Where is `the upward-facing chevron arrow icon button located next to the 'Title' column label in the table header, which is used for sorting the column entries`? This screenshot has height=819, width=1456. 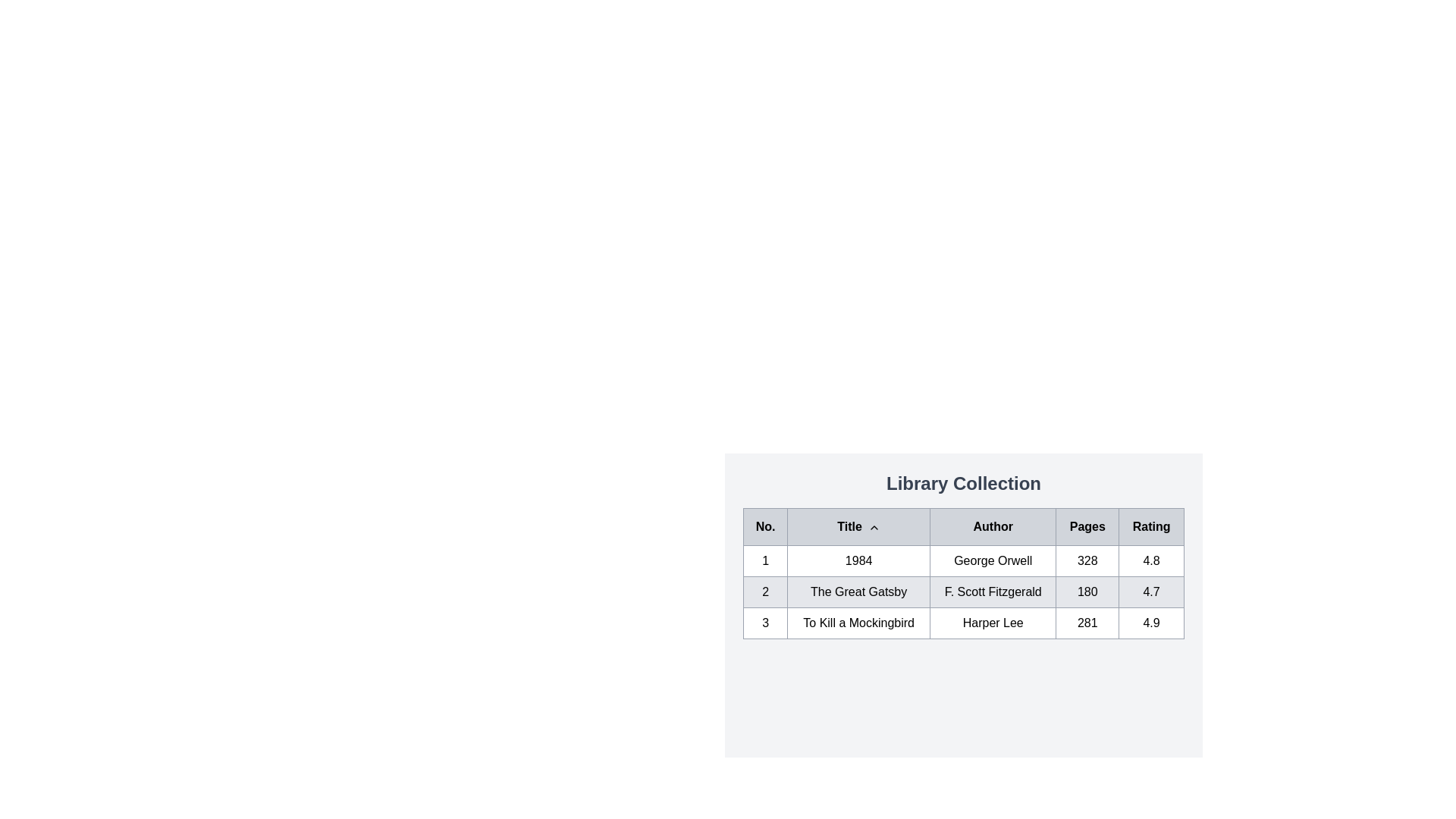
the upward-facing chevron arrow icon button located next to the 'Title' column label in the table header, which is used for sorting the column entries is located at coordinates (874, 526).